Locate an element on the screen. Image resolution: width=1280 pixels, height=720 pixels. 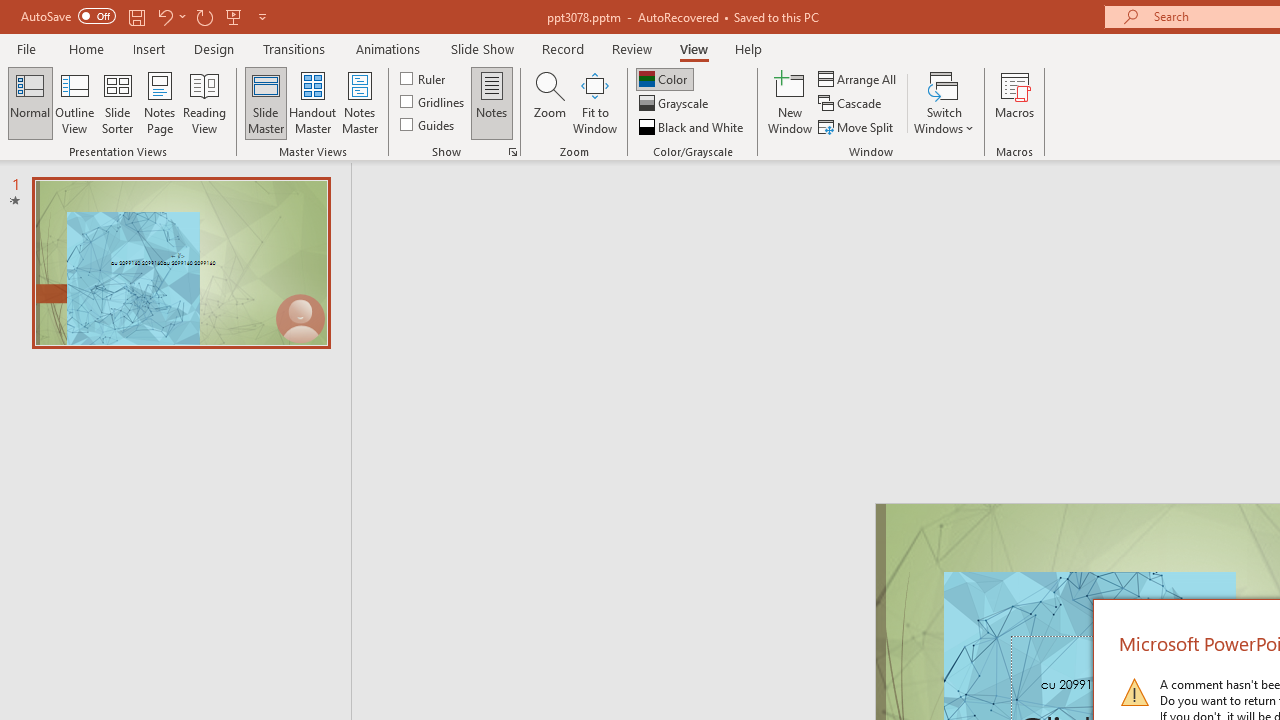
'Redo' is located at coordinates (204, 16).